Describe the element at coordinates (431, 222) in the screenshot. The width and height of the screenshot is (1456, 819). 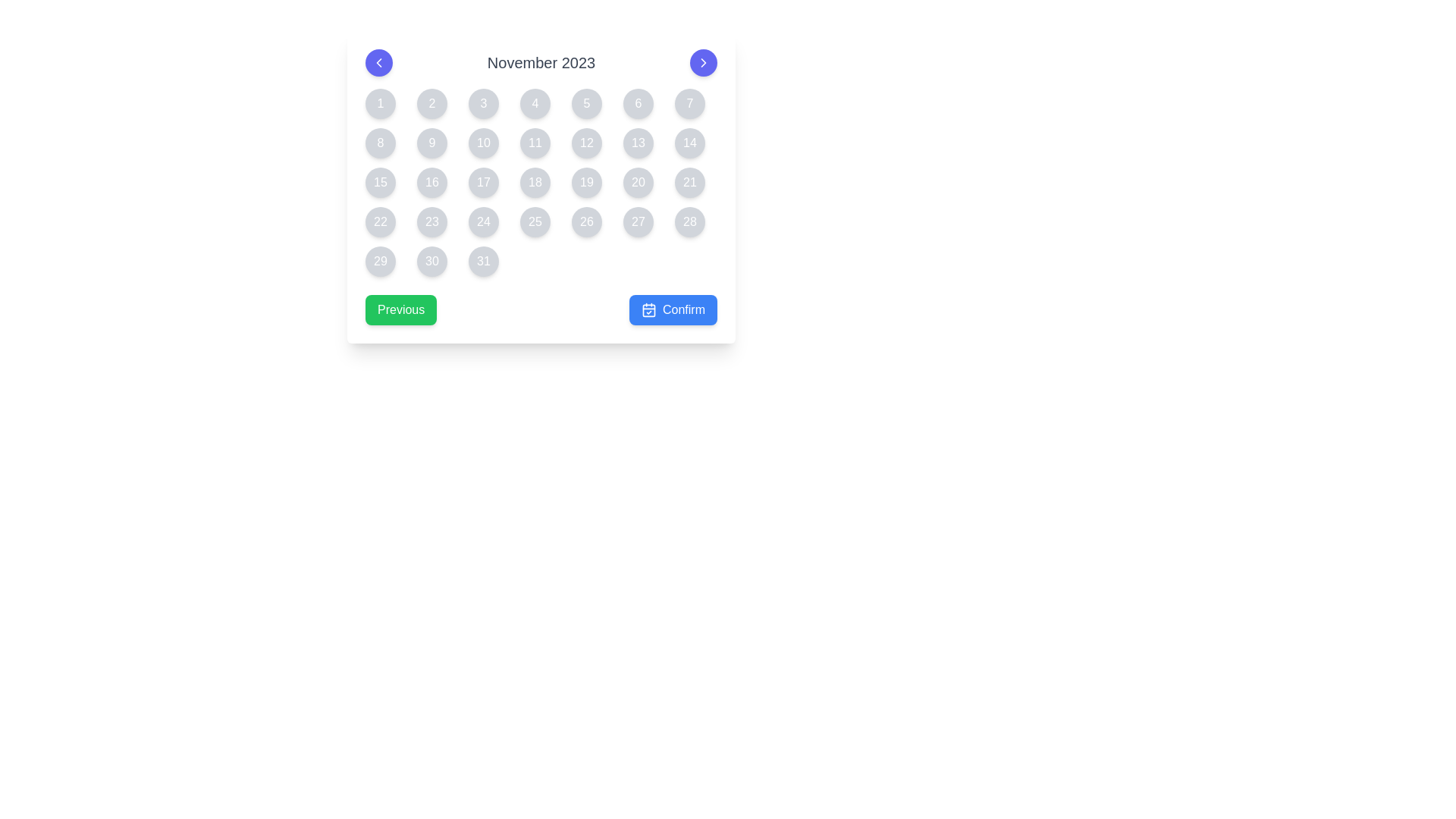
I see `the button representing the 23rd day in the November 2023 calendar` at that location.